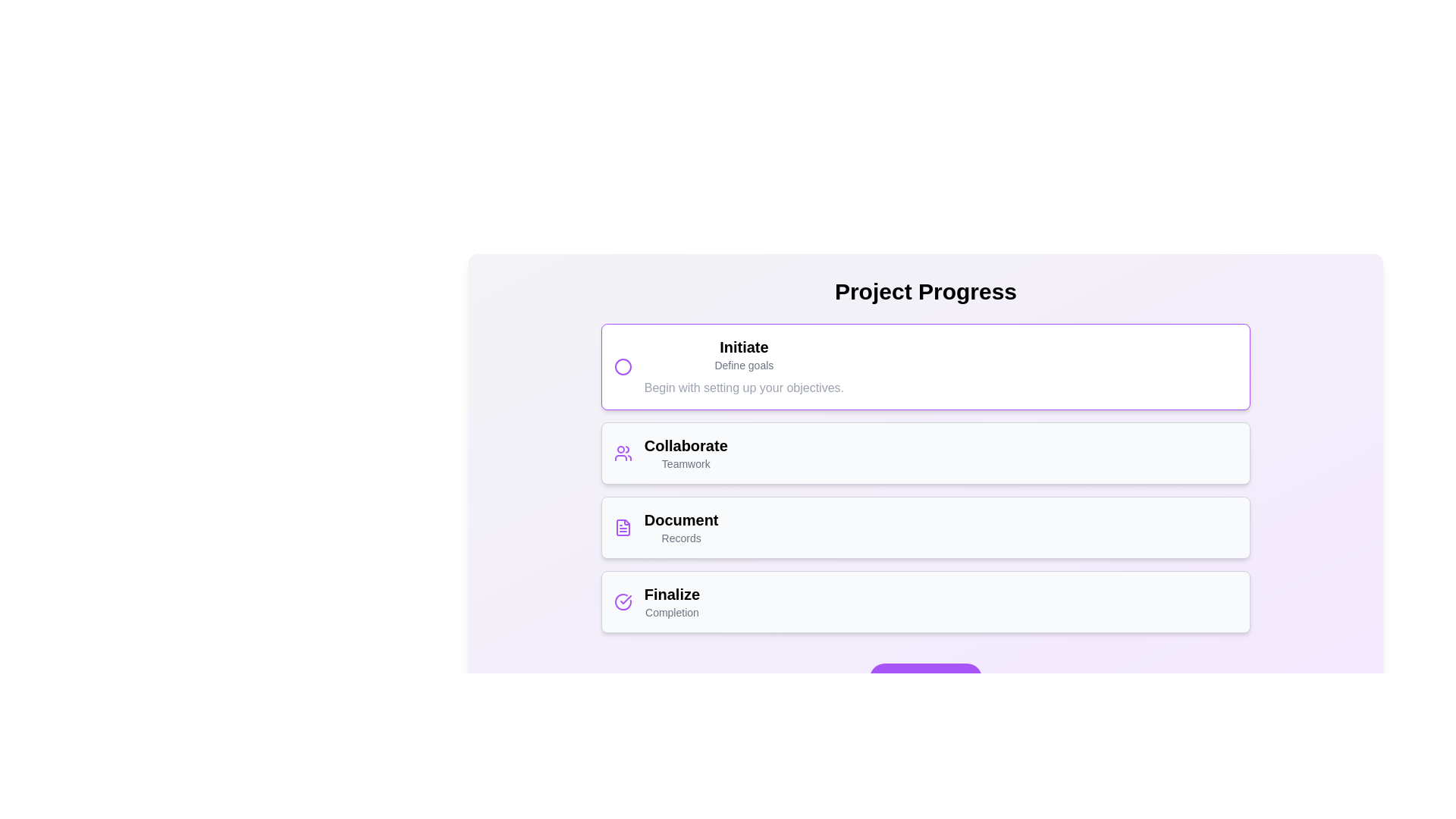 The image size is (1456, 819). I want to click on the Static Text Label that provides a succinct summary of 'Initiate', positioned between the bold 'Initiate' text and the description text 'Begin with setting up your objectives.', so click(744, 366).